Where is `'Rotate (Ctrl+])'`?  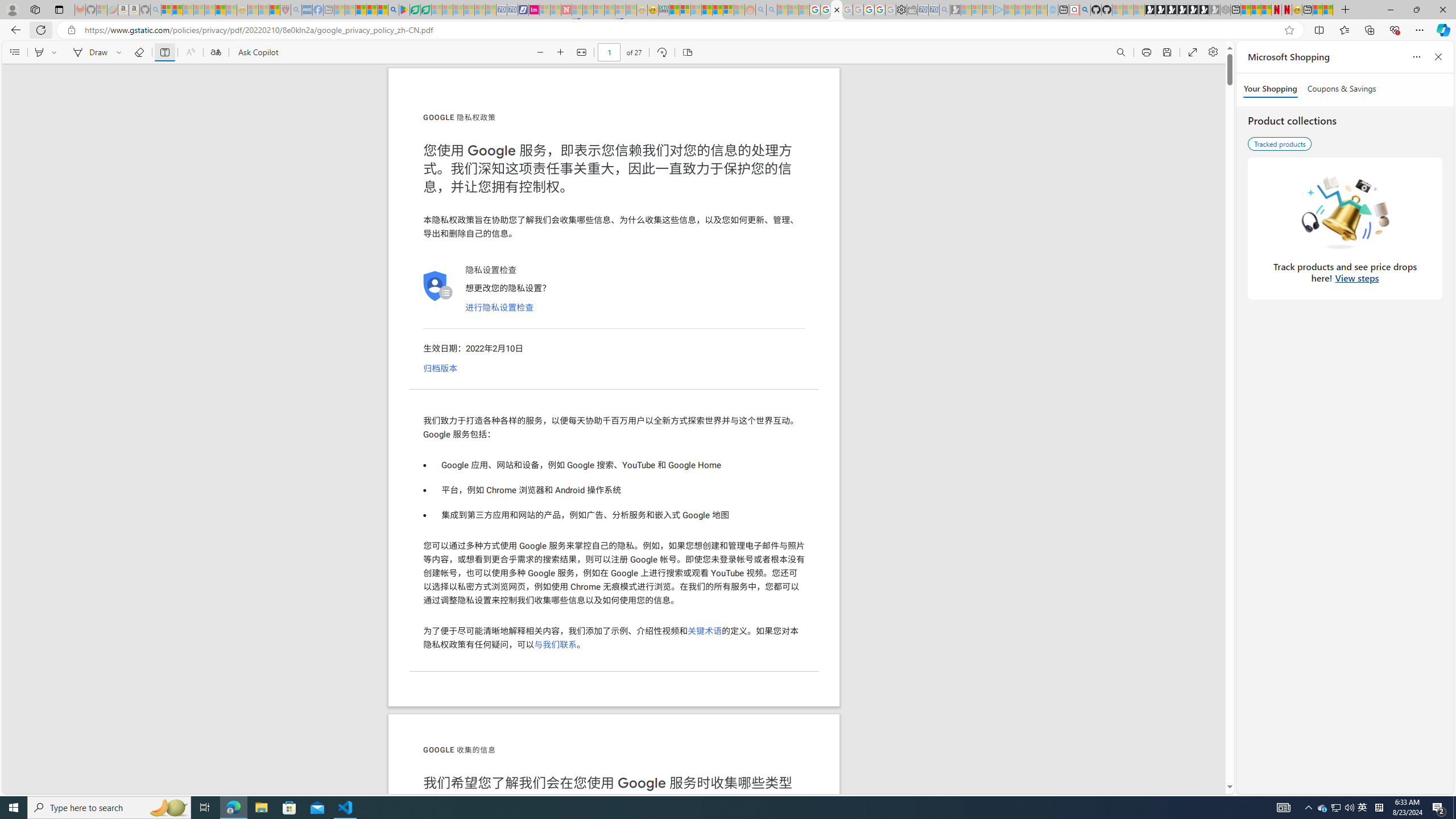
'Rotate (Ctrl+])' is located at coordinates (661, 52).